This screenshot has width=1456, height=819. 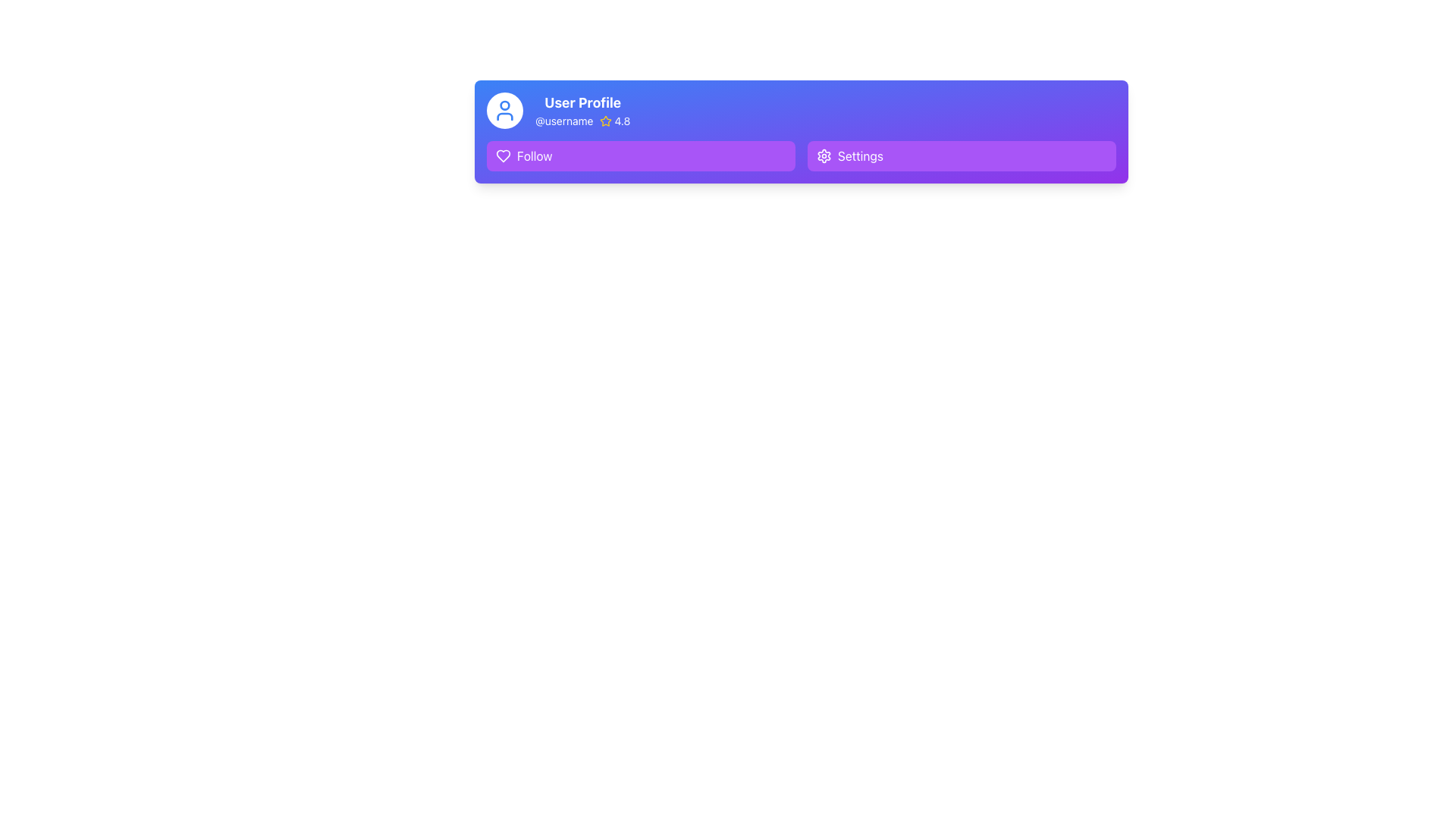 I want to click on the inner detailing of the gear shape inside the settings button located on the header bar to the right of the 'Follow' button, so click(x=823, y=155).